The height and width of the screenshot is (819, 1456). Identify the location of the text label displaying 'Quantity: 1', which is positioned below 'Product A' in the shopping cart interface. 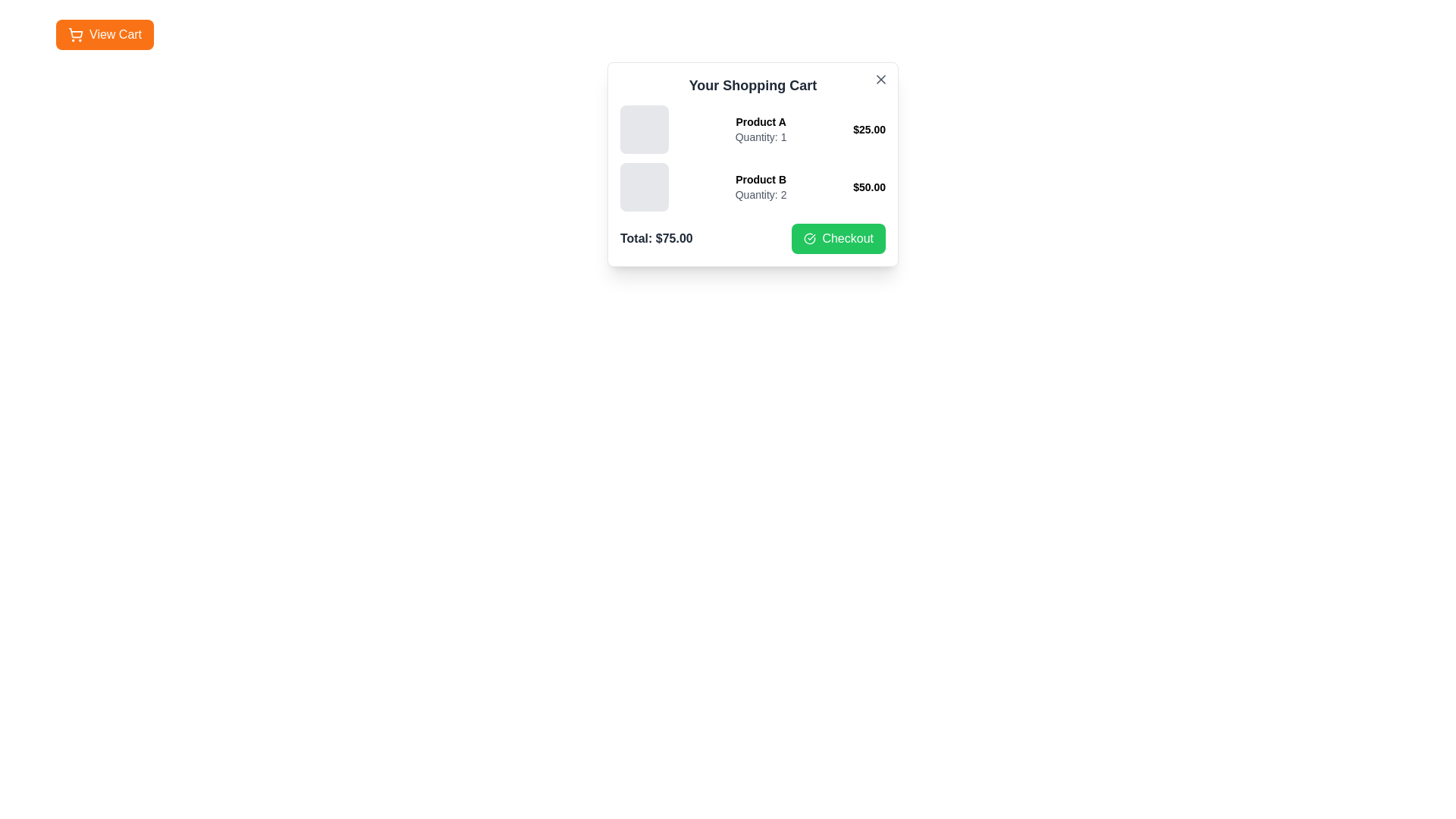
(761, 137).